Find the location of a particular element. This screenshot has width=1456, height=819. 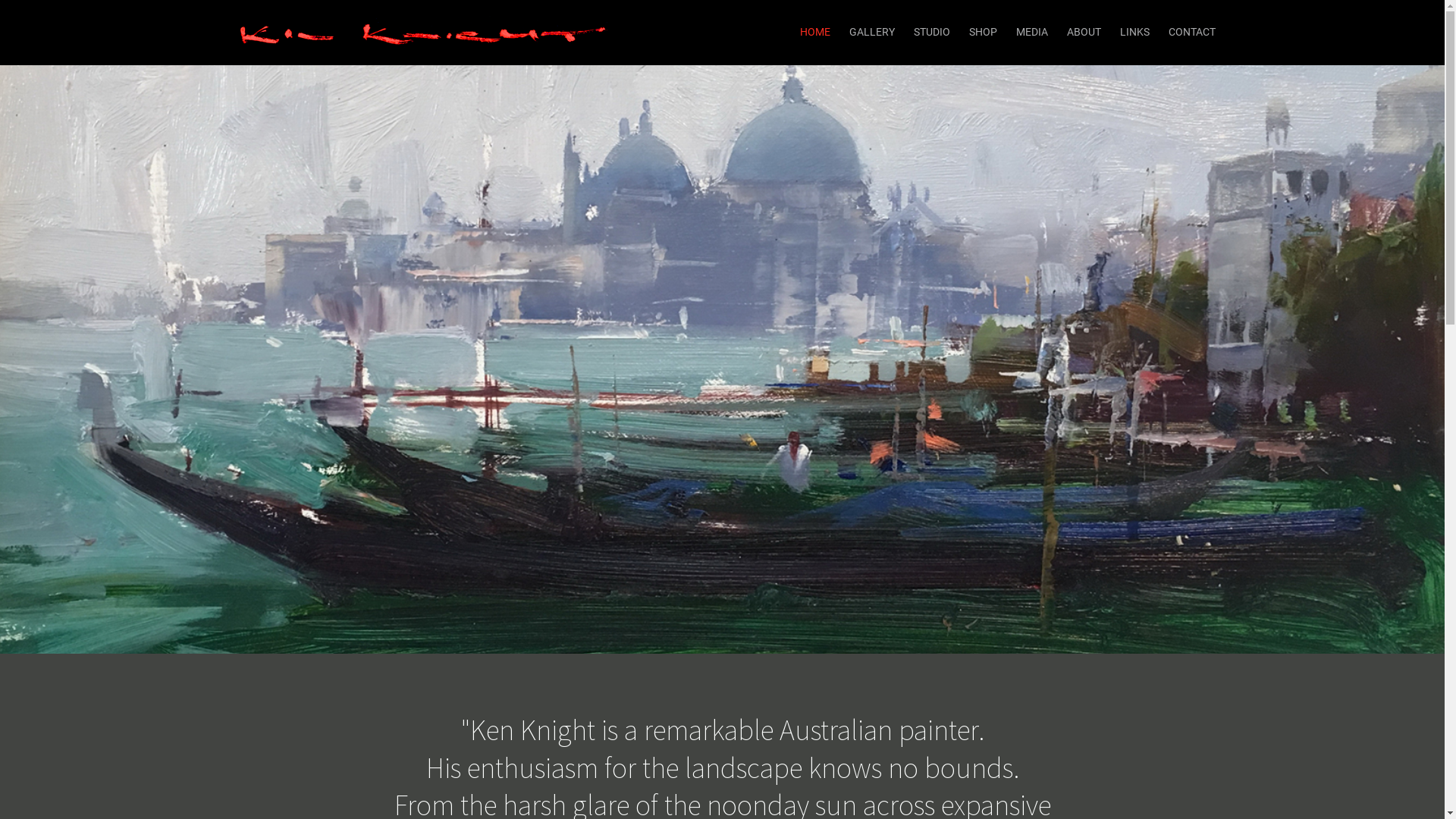

'MEDIA' is located at coordinates (1015, 32).